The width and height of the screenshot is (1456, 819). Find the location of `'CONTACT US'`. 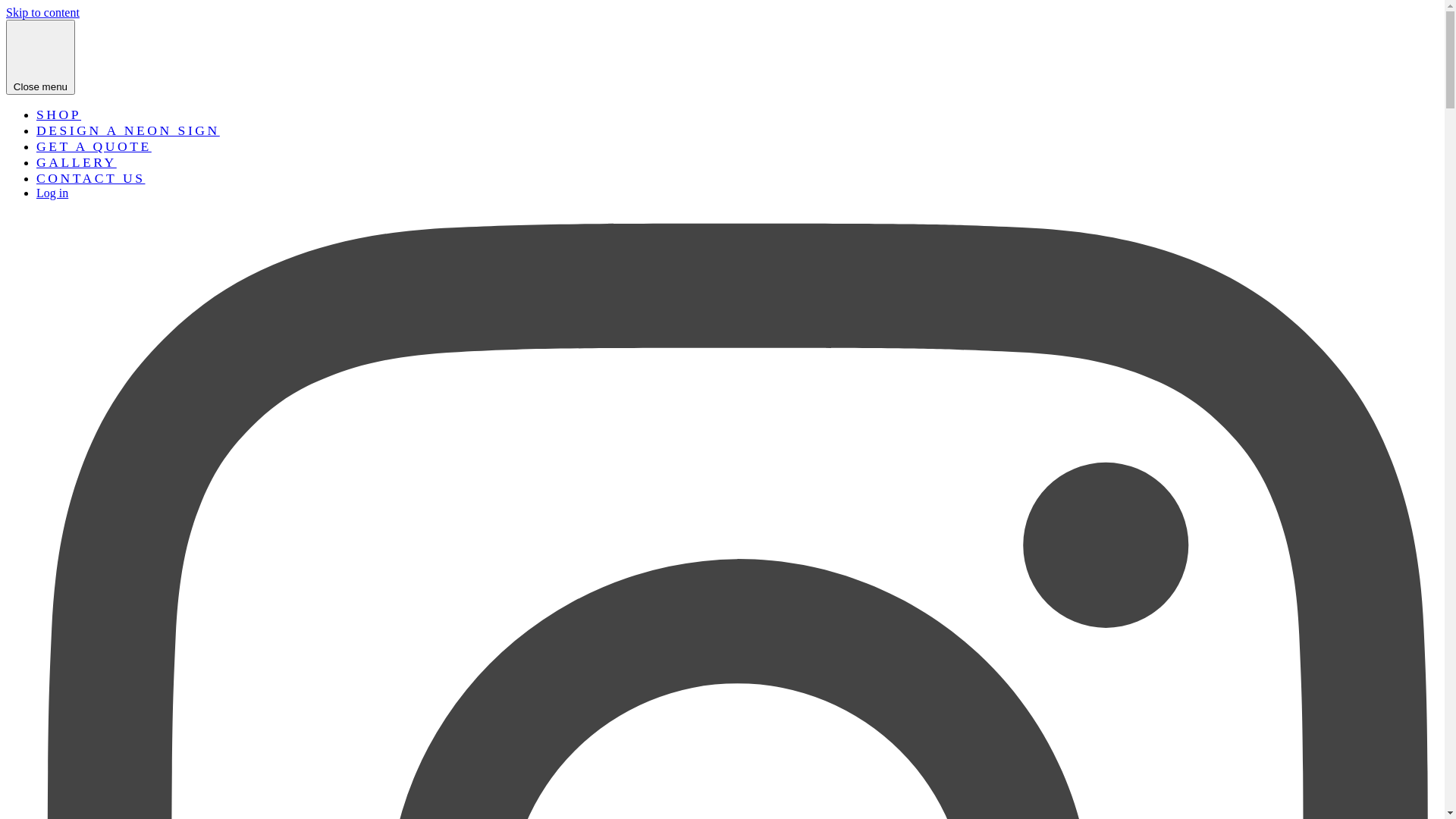

'CONTACT US' is located at coordinates (89, 177).